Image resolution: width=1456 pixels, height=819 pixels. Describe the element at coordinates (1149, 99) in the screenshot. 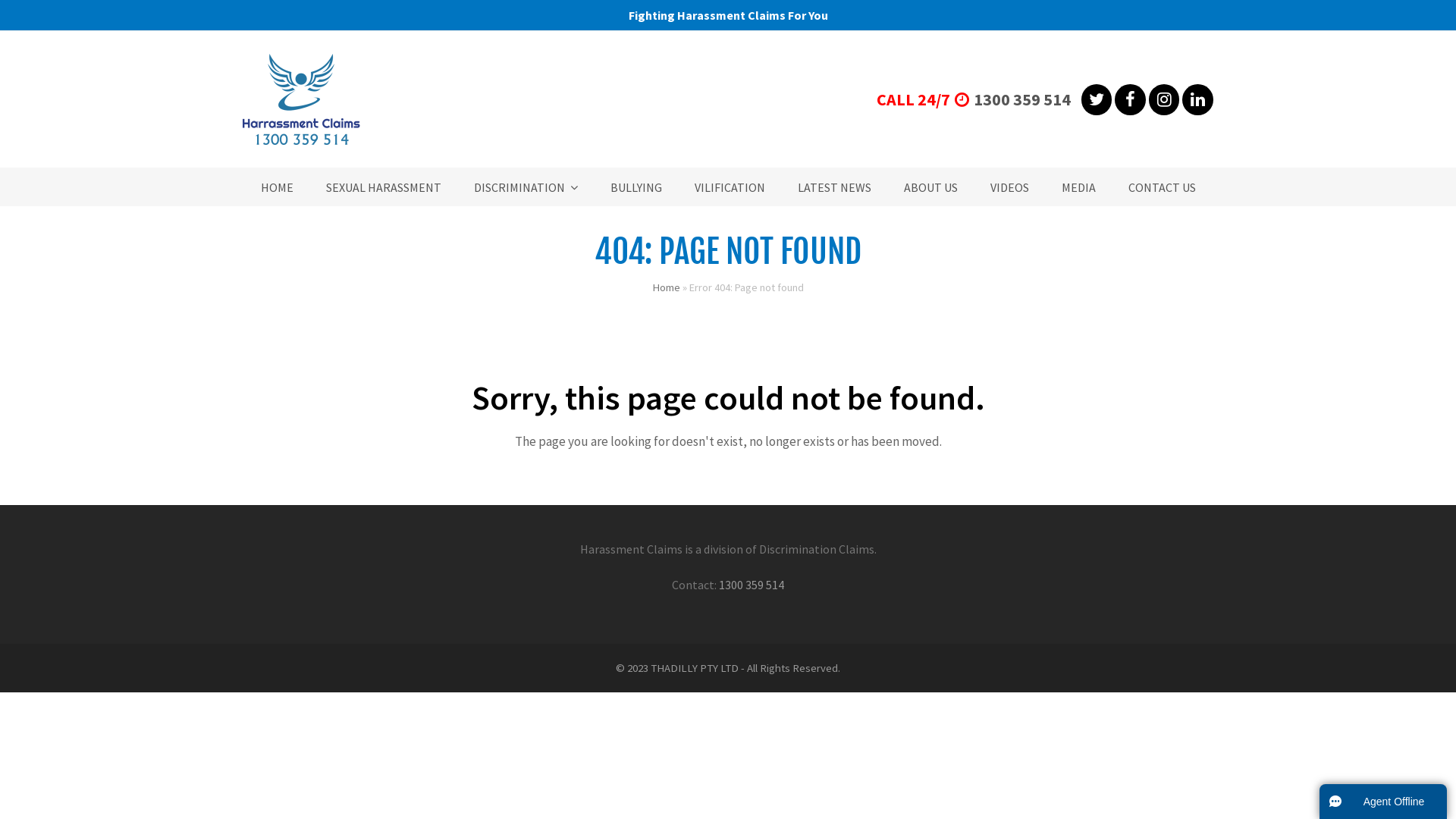

I see `'Instagram'` at that location.